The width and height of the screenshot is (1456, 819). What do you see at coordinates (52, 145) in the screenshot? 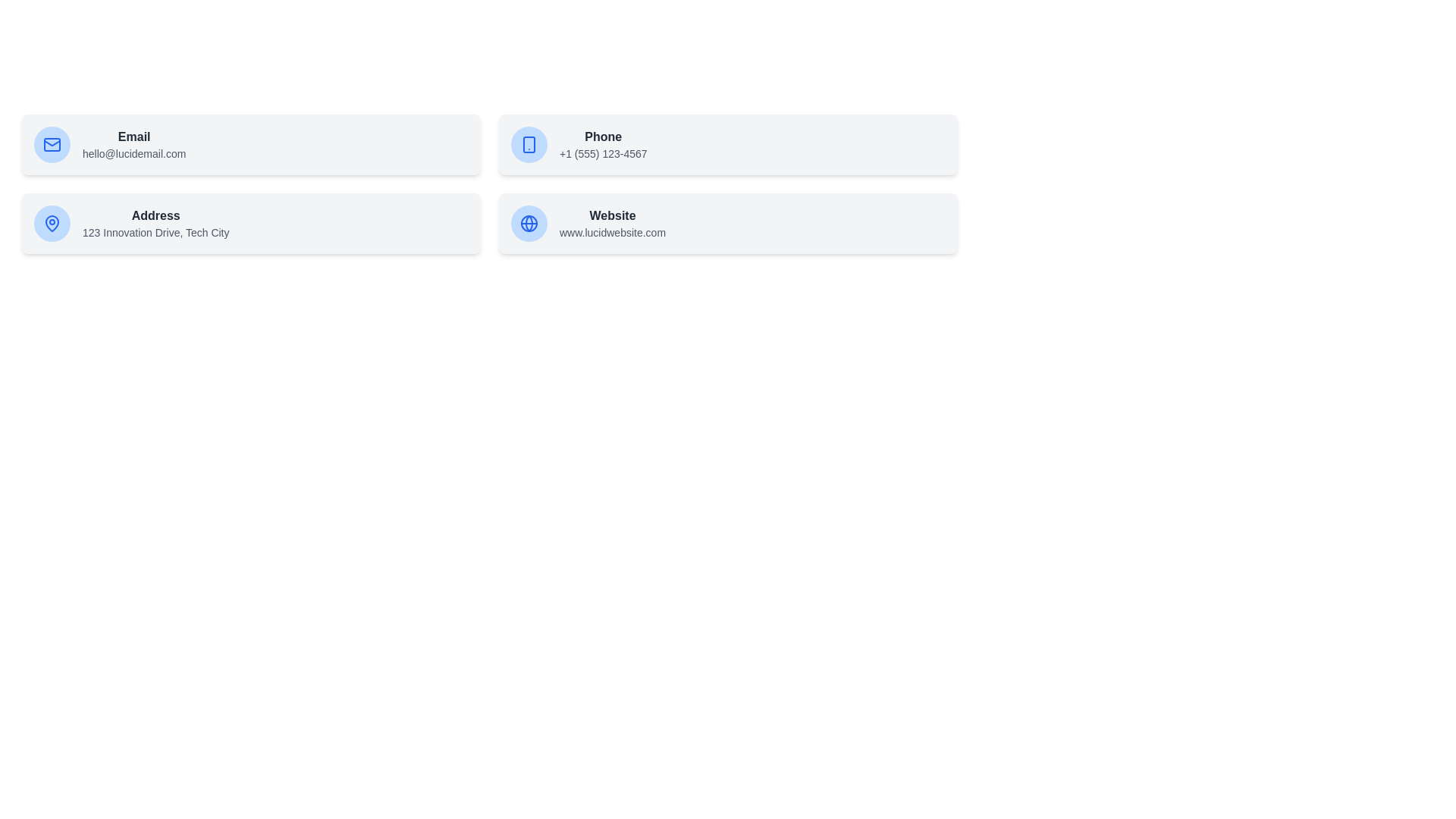
I see `the email icon located in the leftmost column of the contact information grid, which is associated with the 'Email' label and the email address 'hello@lucidemail.com'` at bounding box center [52, 145].